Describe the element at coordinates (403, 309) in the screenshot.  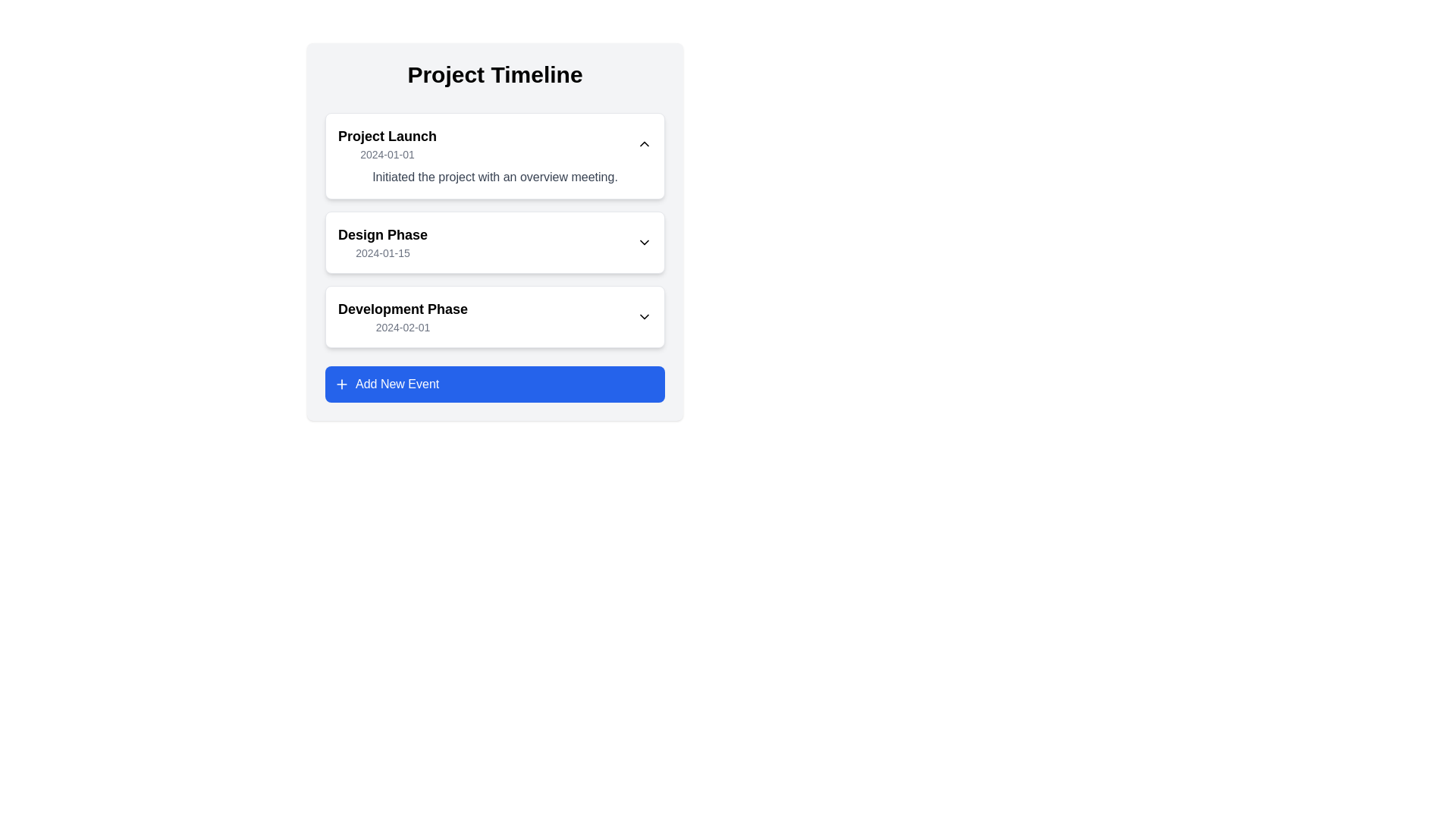
I see `the Static Text Label titled 'Development Phase' located in the third event card under the 'Project Timeline' section` at that location.